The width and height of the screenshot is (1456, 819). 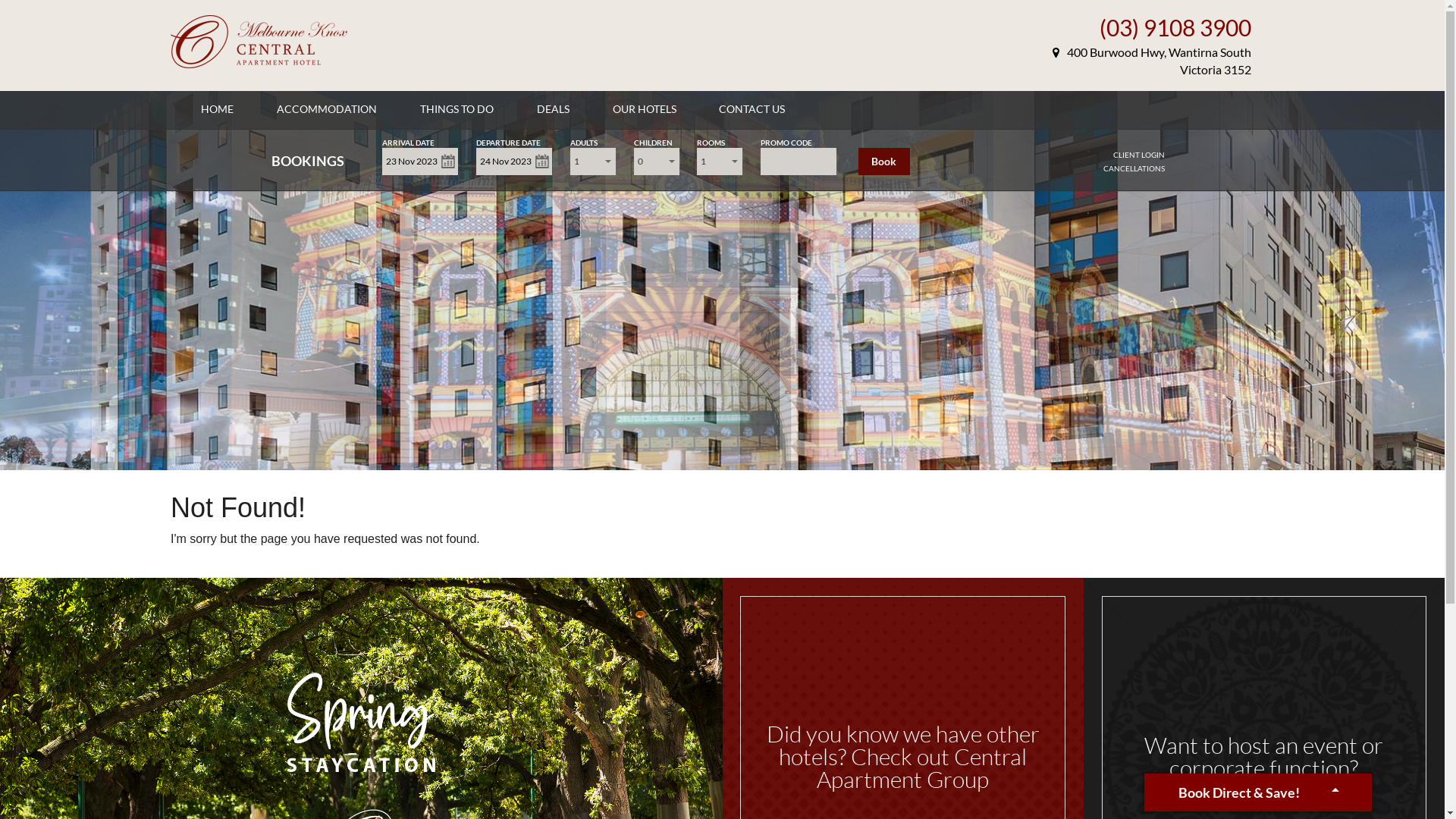 What do you see at coordinates (1151, 60) in the screenshot?
I see `'400 Burwood Hwy, Wantirna South` at bounding box center [1151, 60].